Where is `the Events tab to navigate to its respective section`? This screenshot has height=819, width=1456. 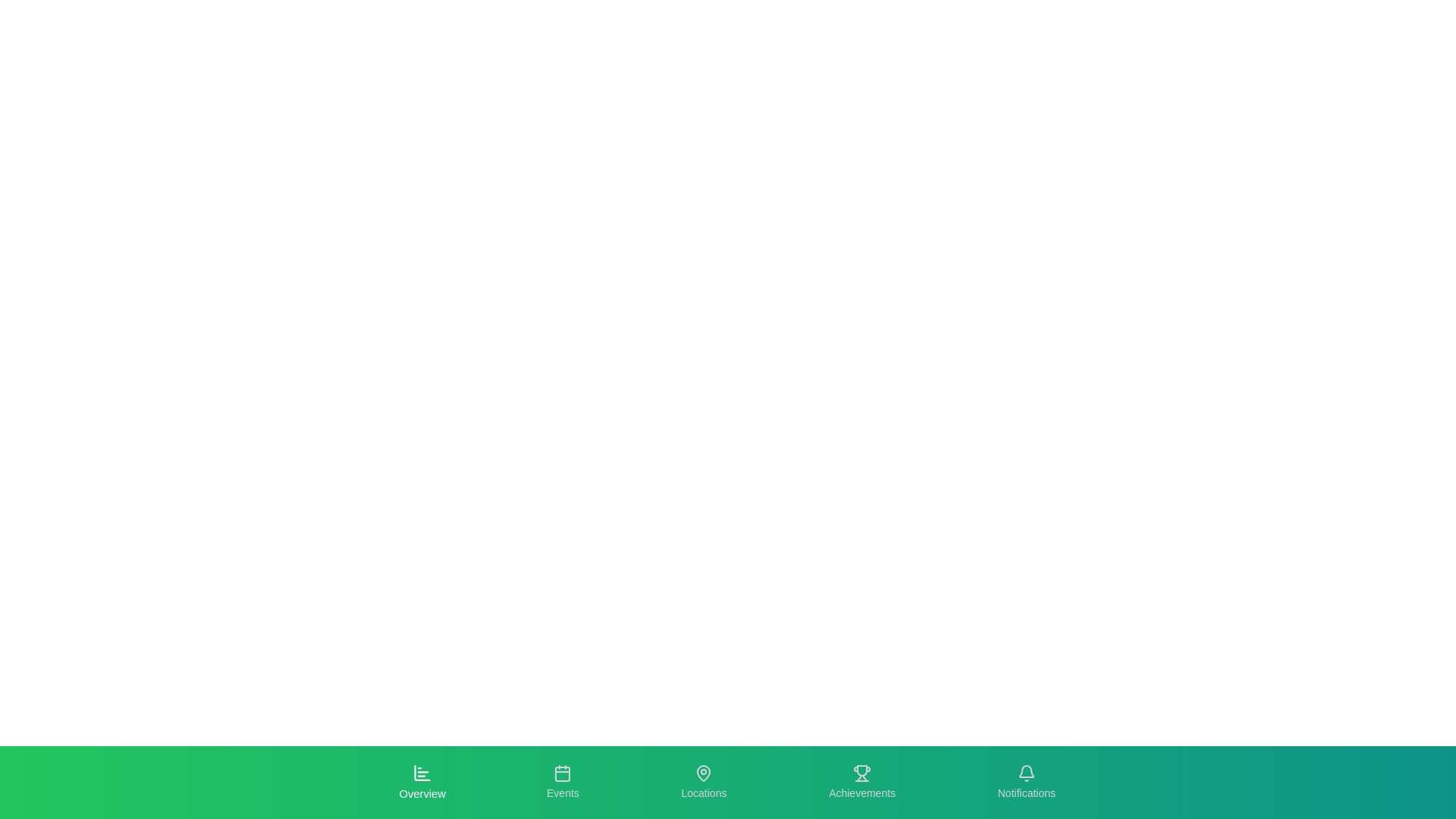
the Events tab to navigate to its respective section is located at coordinates (562, 783).